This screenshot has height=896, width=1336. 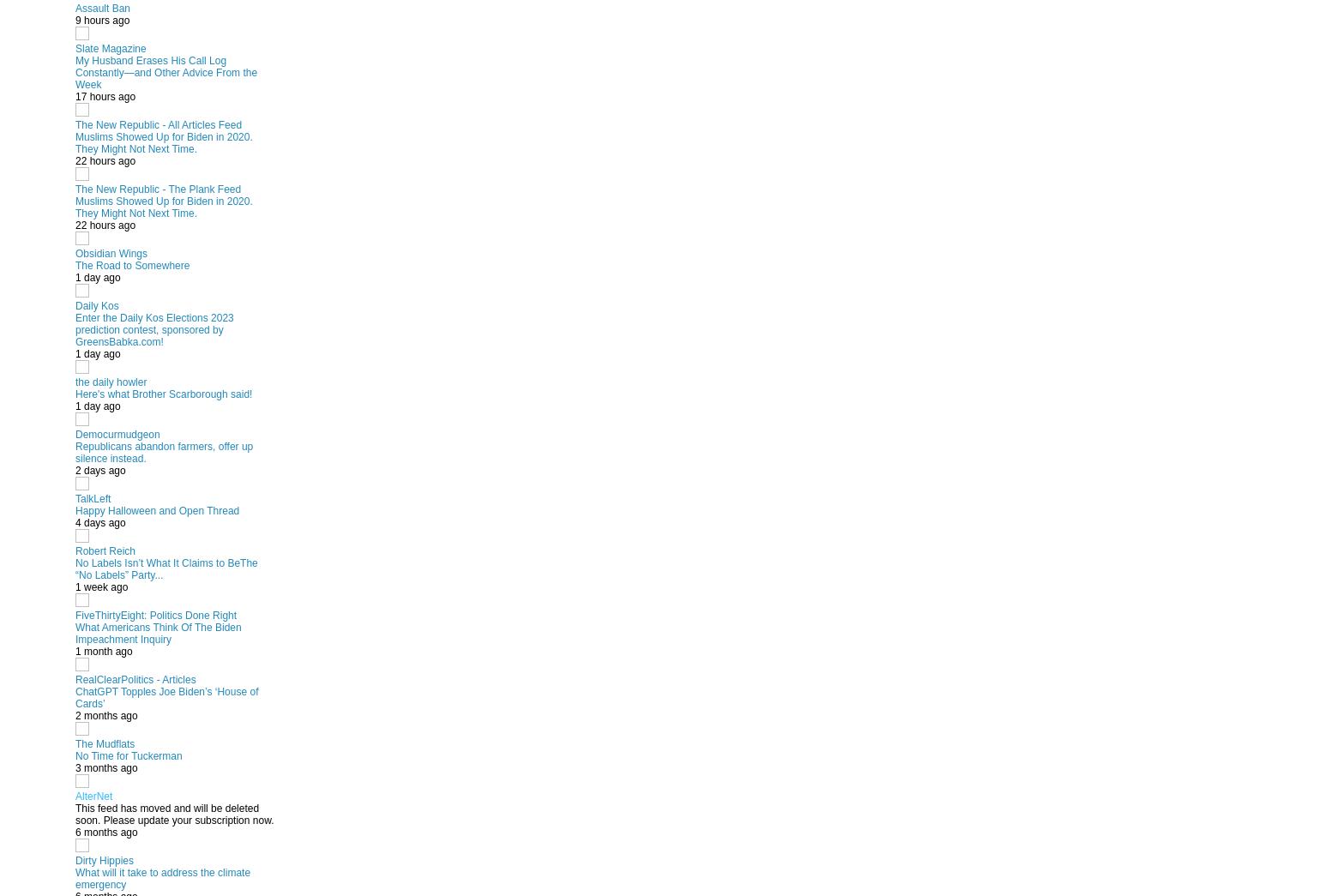 I want to click on 'No Time for Tuckerman', so click(x=128, y=755).